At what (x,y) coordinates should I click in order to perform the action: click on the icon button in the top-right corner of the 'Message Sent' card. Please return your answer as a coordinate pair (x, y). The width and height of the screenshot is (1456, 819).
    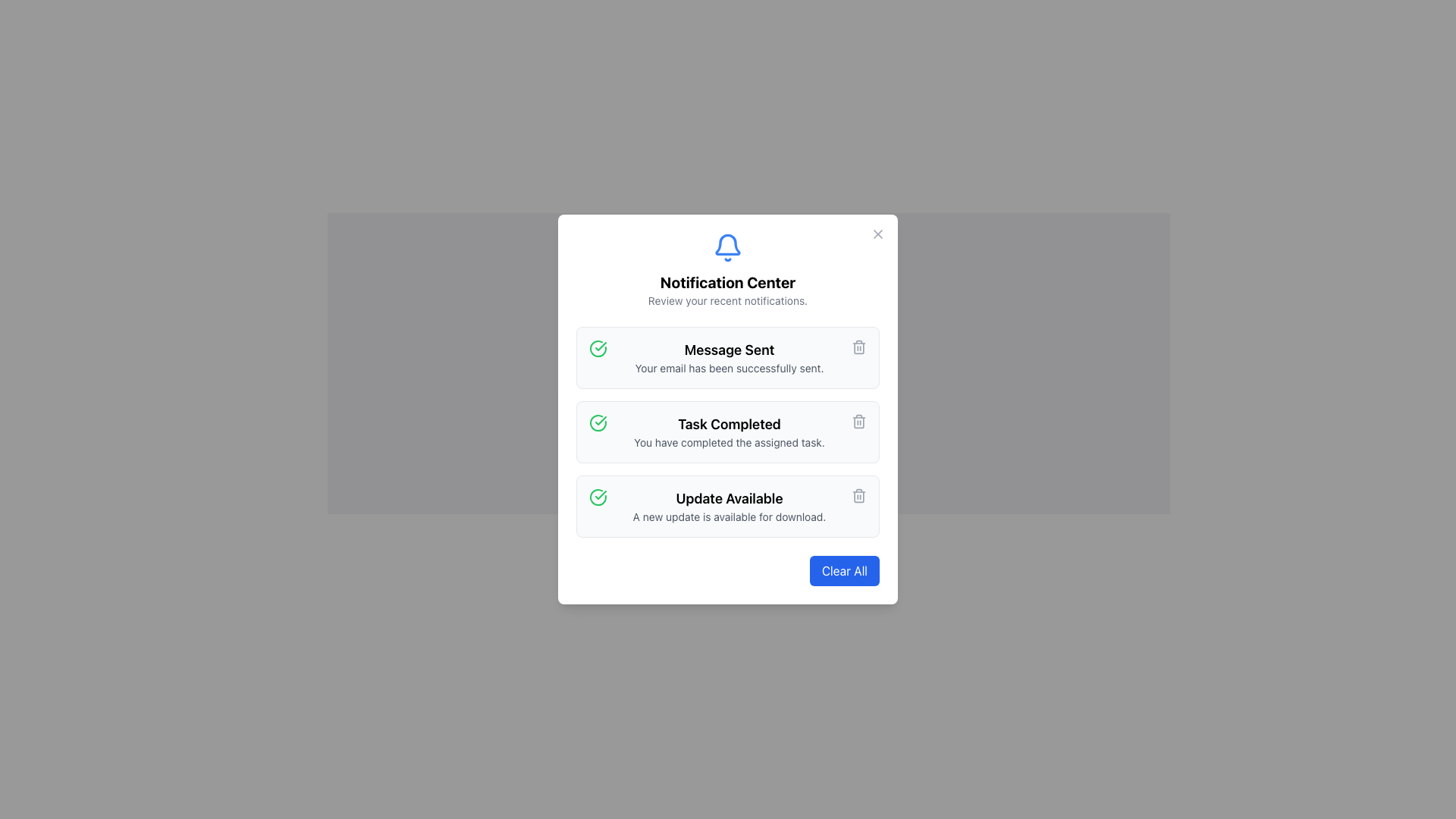
    Looking at the image, I should click on (858, 347).